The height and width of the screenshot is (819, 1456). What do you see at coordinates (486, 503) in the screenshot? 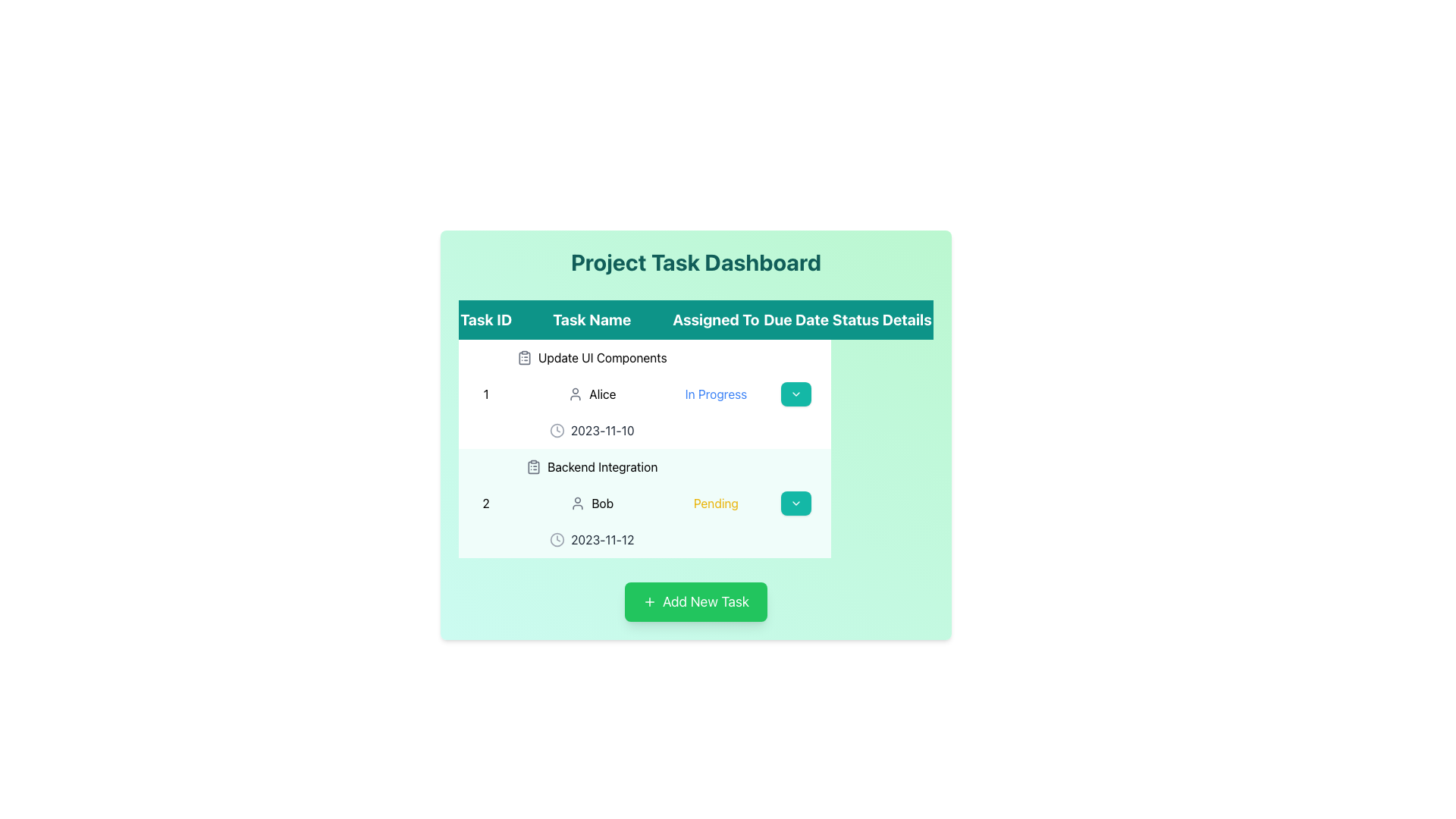
I see `the 'Task ID' text in the second row of the task table` at bounding box center [486, 503].